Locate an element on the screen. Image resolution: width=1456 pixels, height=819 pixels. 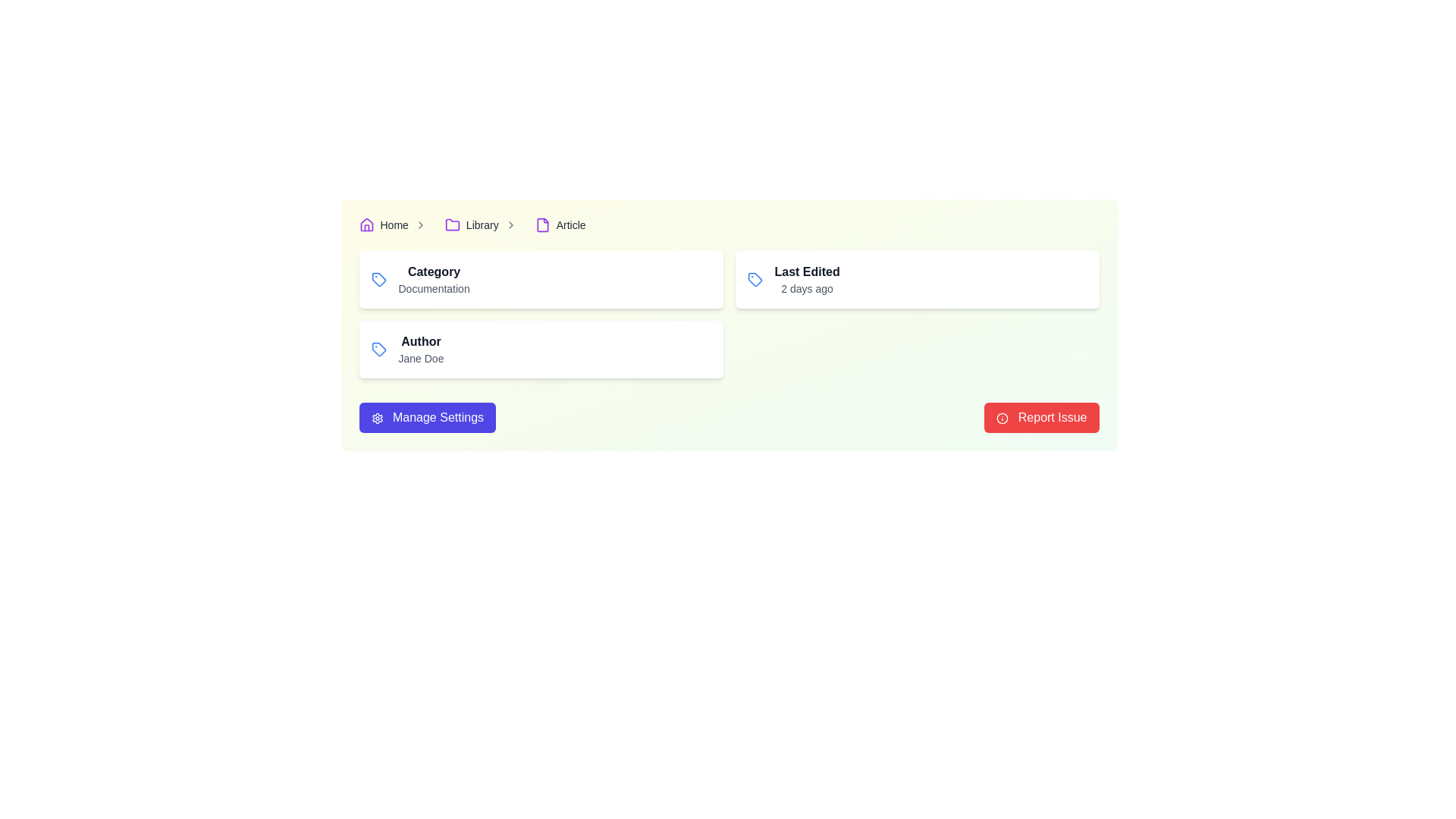
the informational text display showing 'Last Edited 2 days ago', which is located in the top-right quadrant and is paired with a tag icon is located at coordinates (806, 280).